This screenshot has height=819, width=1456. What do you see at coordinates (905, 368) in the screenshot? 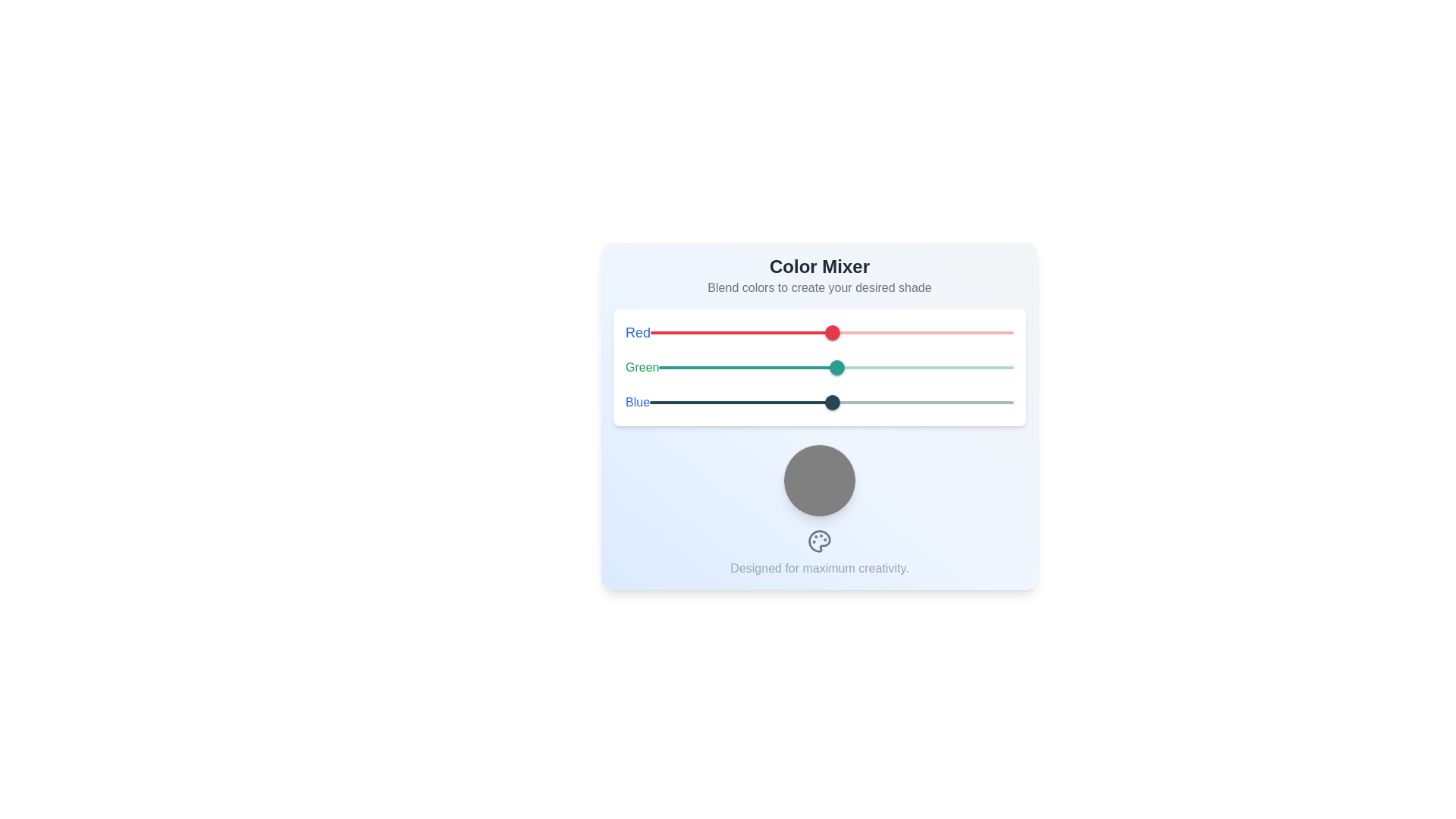
I see `the green value` at bounding box center [905, 368].